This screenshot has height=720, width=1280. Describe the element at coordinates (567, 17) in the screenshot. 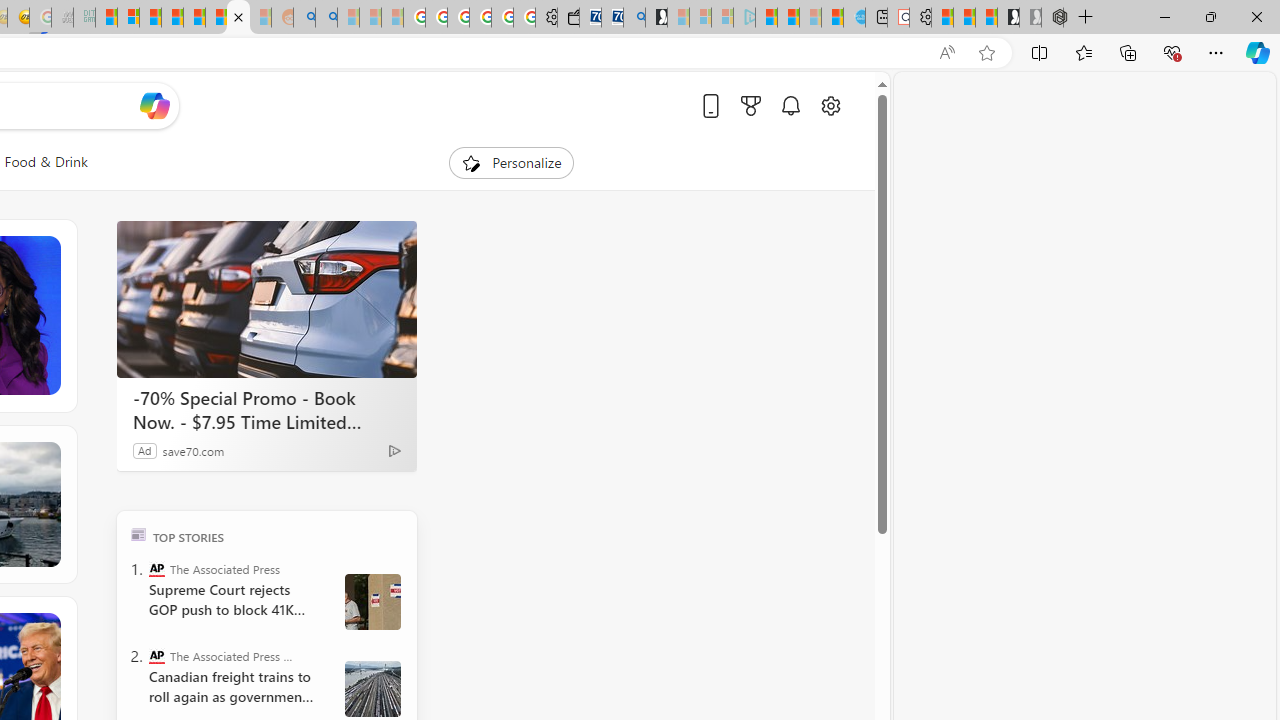

I see `'Wallet'` at that location.